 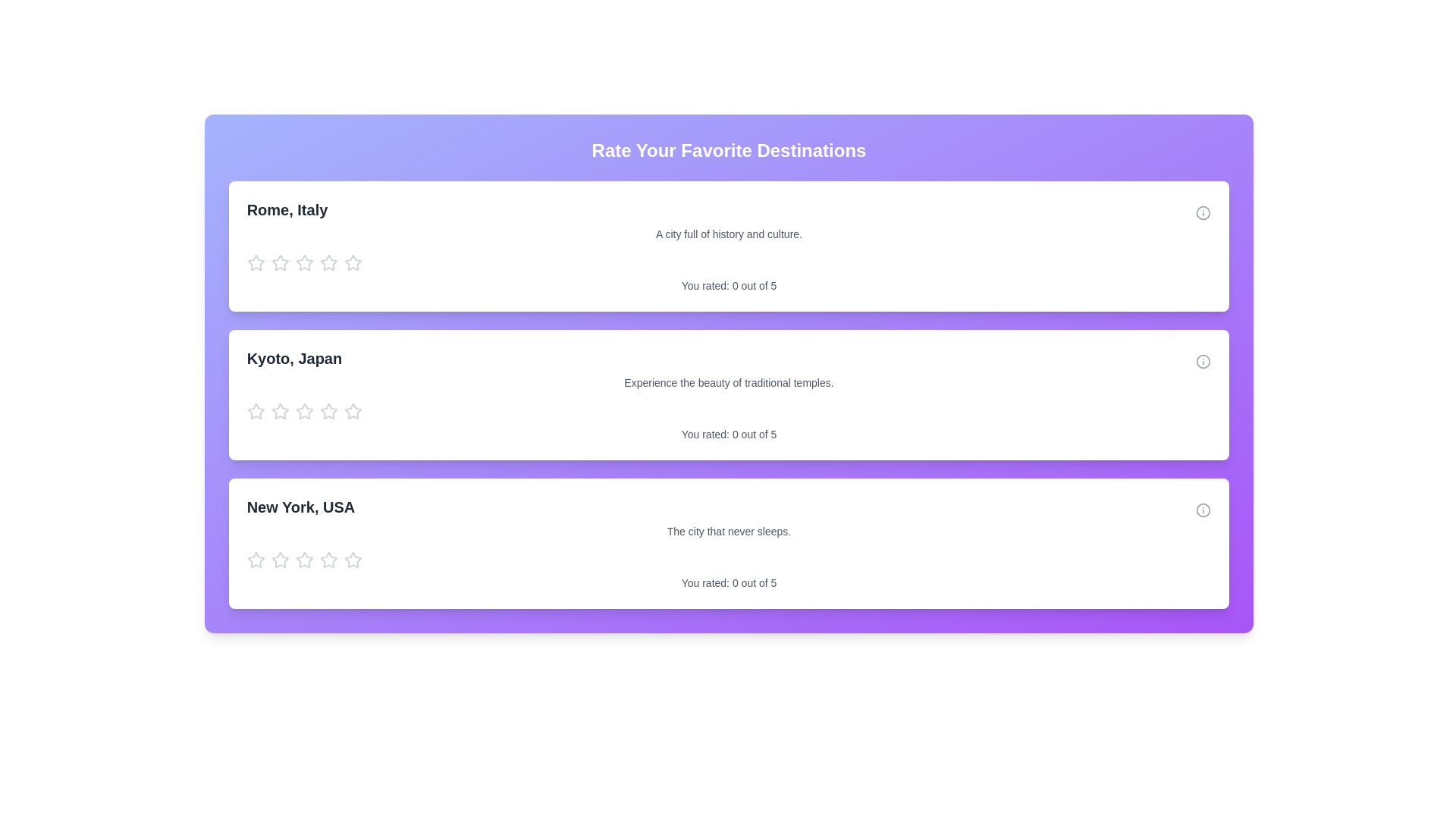 What do you see at coordinates (280, 560) in the screenshot?
I see `the first star icon in the rating component for the 'New York, USA' card` at bounding box center [280, 560].